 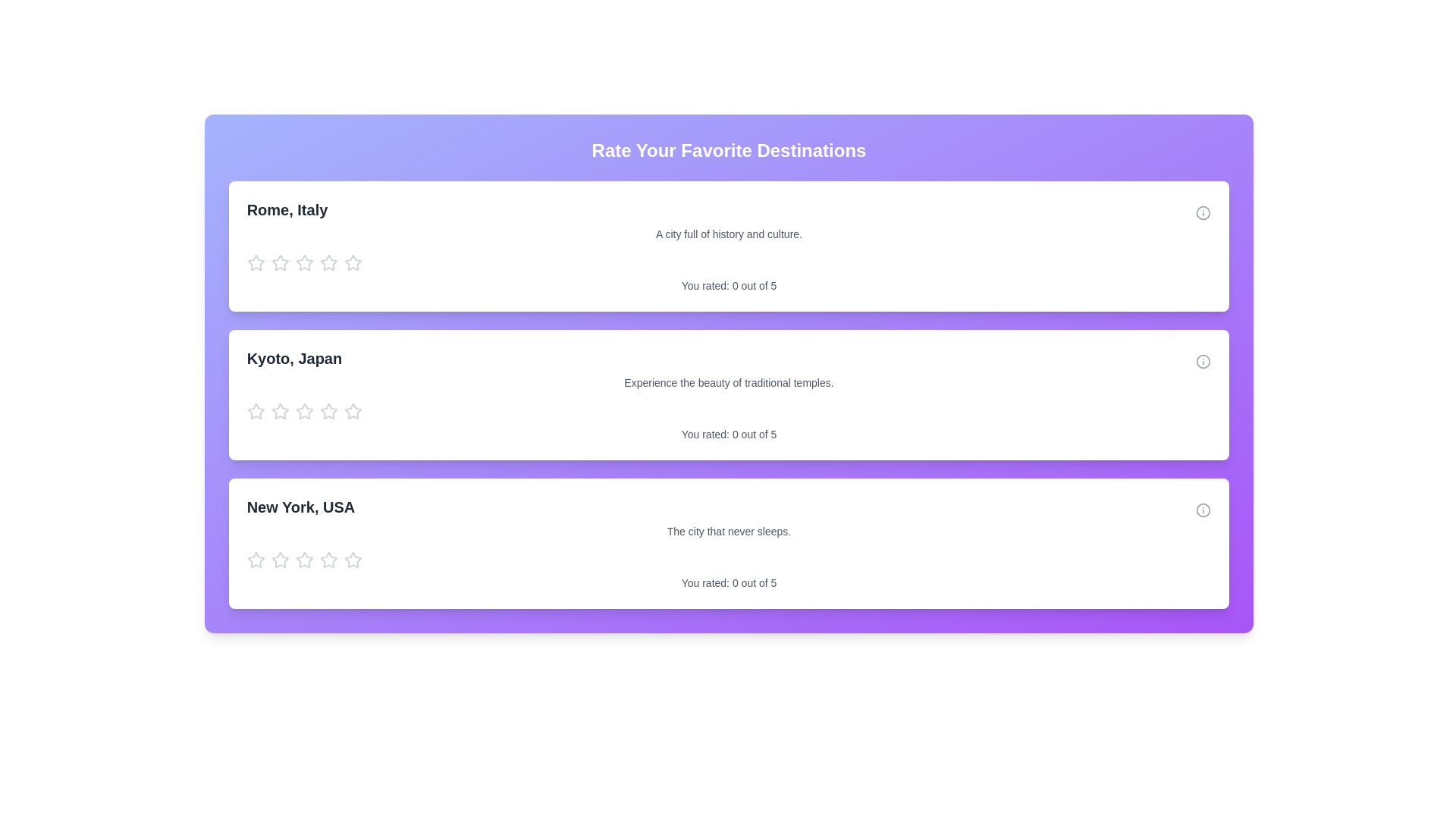 What do you see at coordinates (280, 560) in the screenshot?
I see `the first star icon in the rating component for the 'New York, USA' card` at bounding box center [280, 560].